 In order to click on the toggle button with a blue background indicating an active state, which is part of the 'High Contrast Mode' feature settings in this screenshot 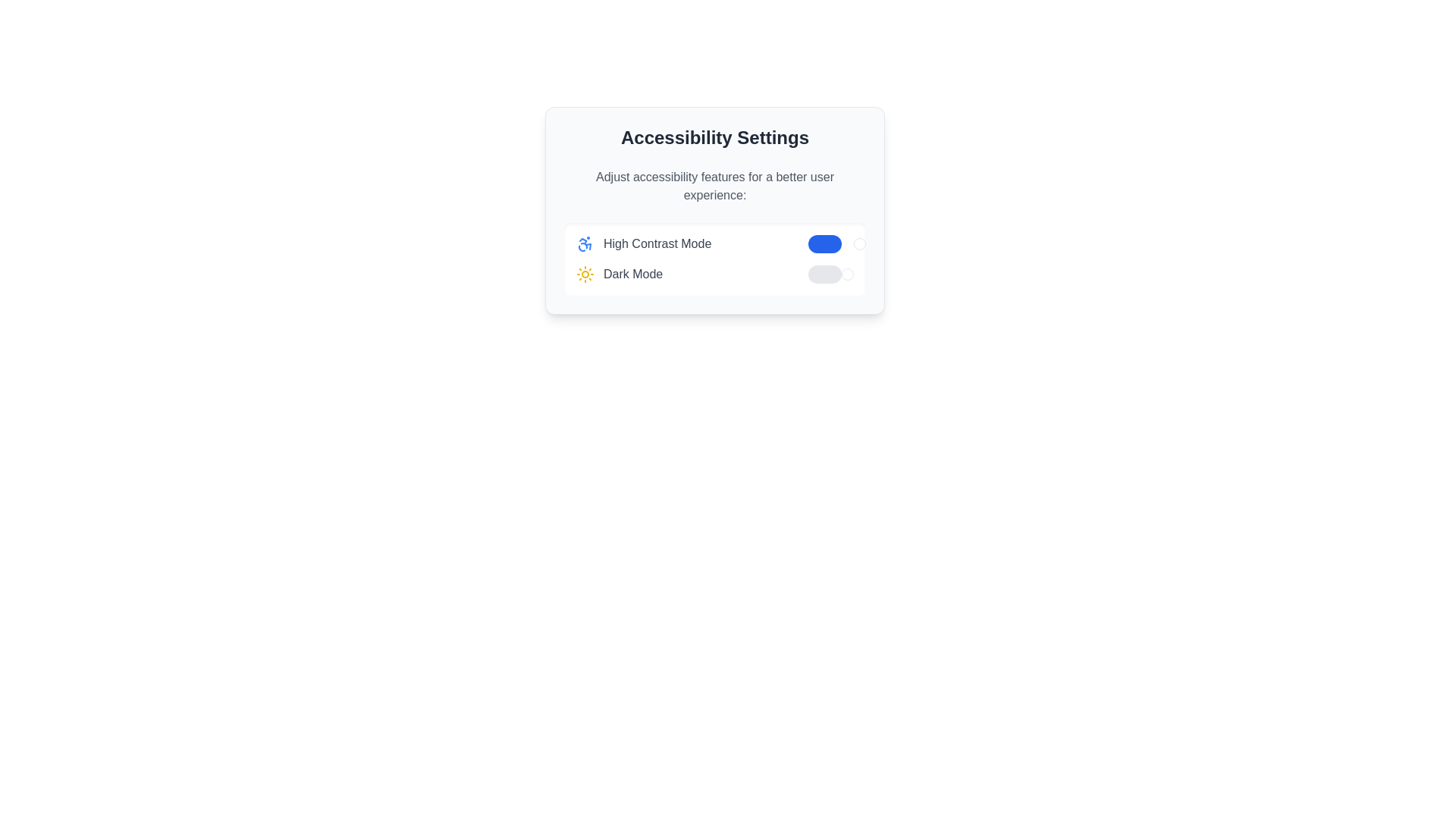, I will do `click(824, 243)`.